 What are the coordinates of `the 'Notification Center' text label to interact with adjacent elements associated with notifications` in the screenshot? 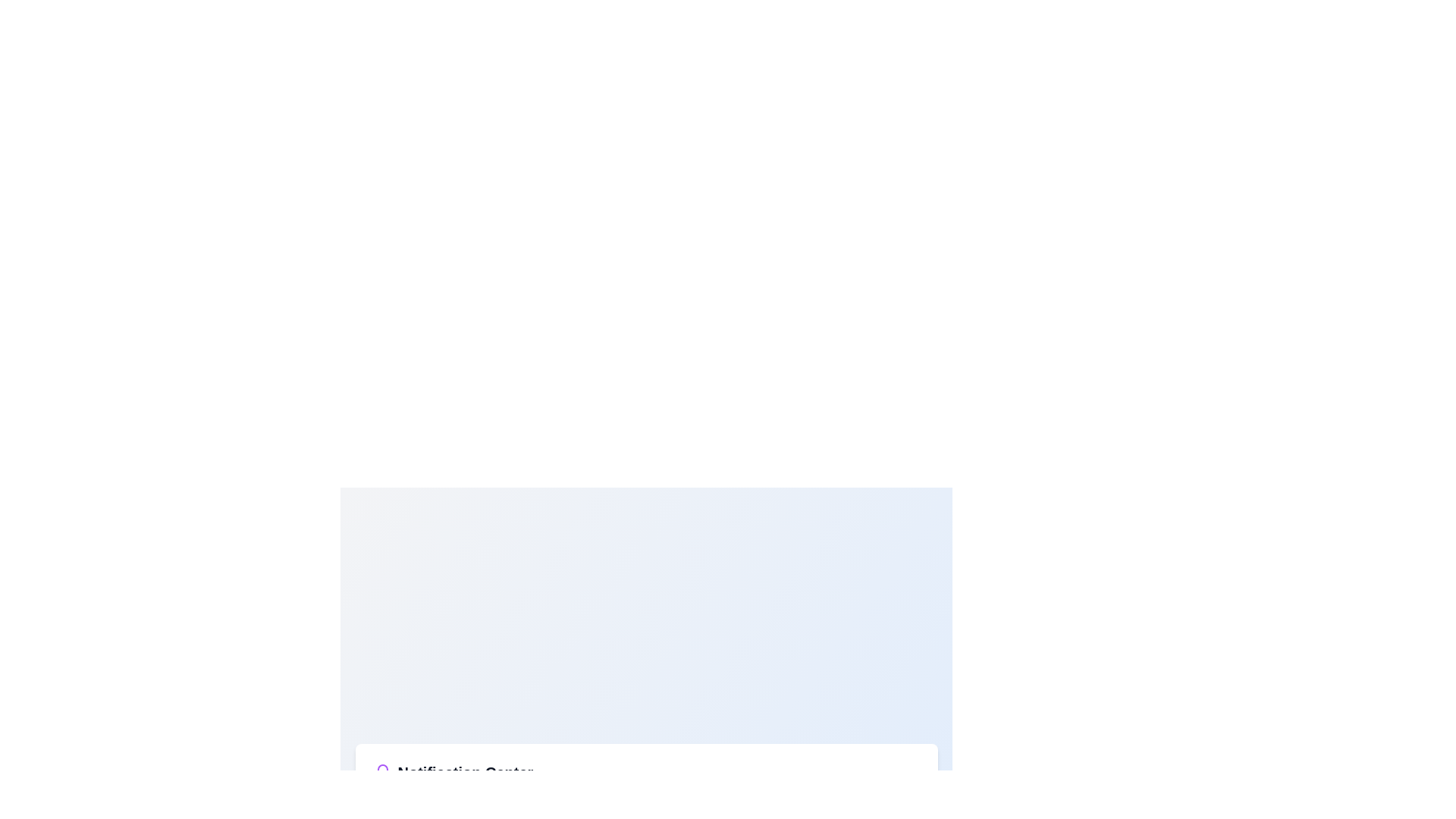 It's located at (465, 772).